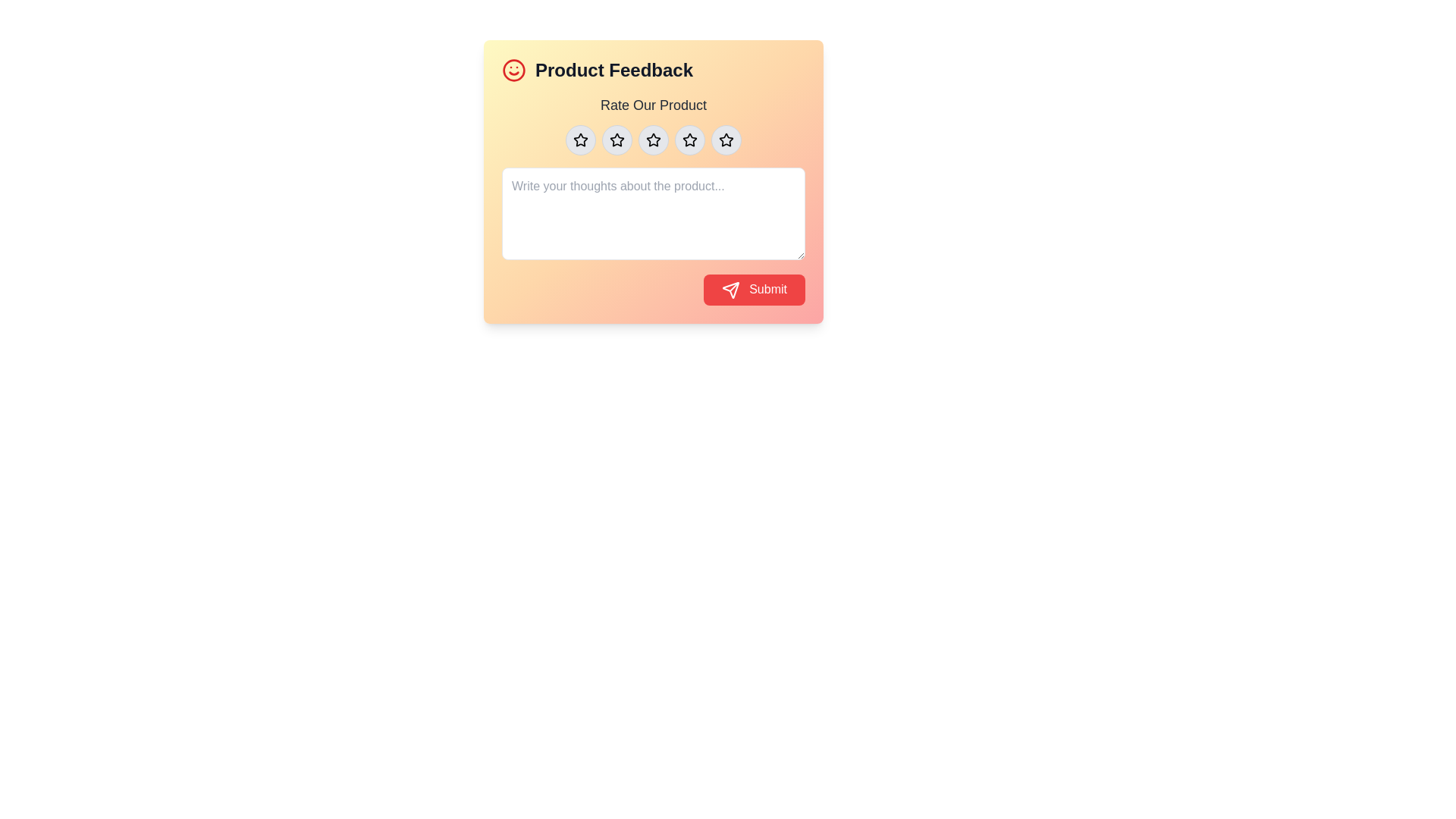  I want to click on the decorative icon located in the top-left portion of the 'Product Feedback' section, to the left of the 'Product Feedback' label, so click(513, 70).